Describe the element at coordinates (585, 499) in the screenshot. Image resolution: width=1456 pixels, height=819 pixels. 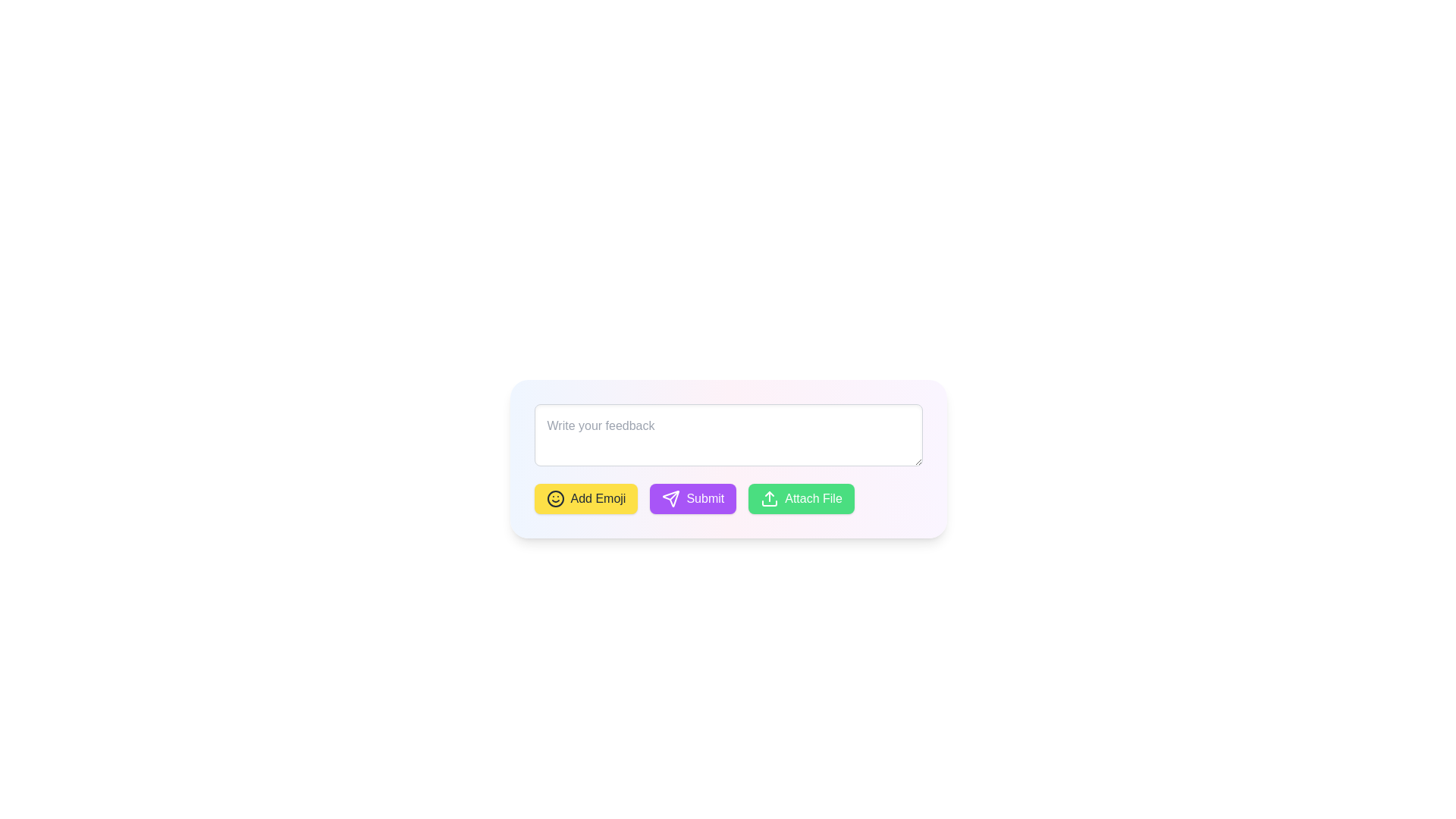
I see `the leftmost button for adding emojis located at the bottom of the interface to observe any tooltip or visual feedback` at that location.